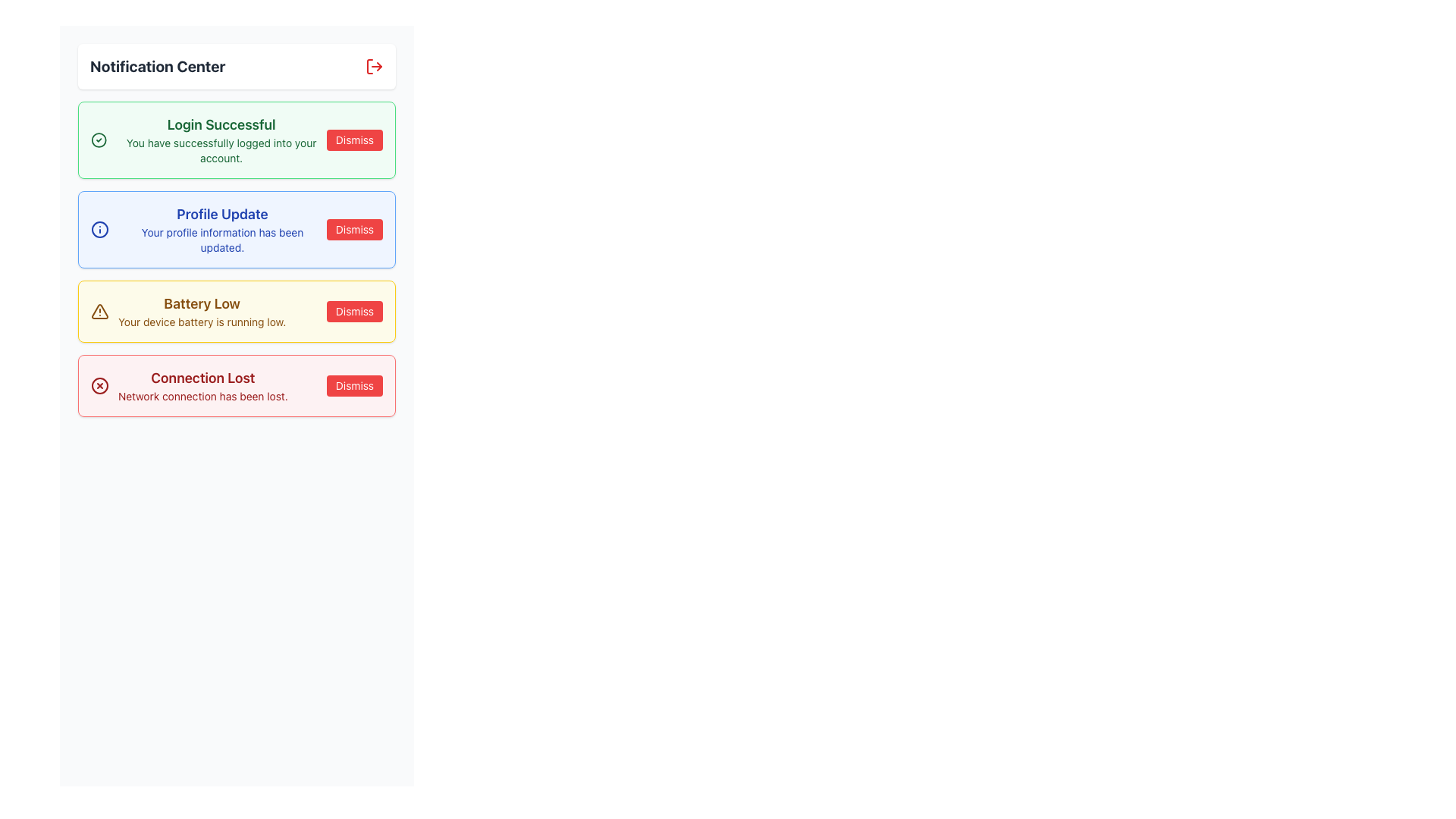 The height and width of the screenshot is (819, 1456). Describe the element at coordinates (353, 140) in the screenshot. I see `the rectangular red 'Dismiss' button with white text` at that location.